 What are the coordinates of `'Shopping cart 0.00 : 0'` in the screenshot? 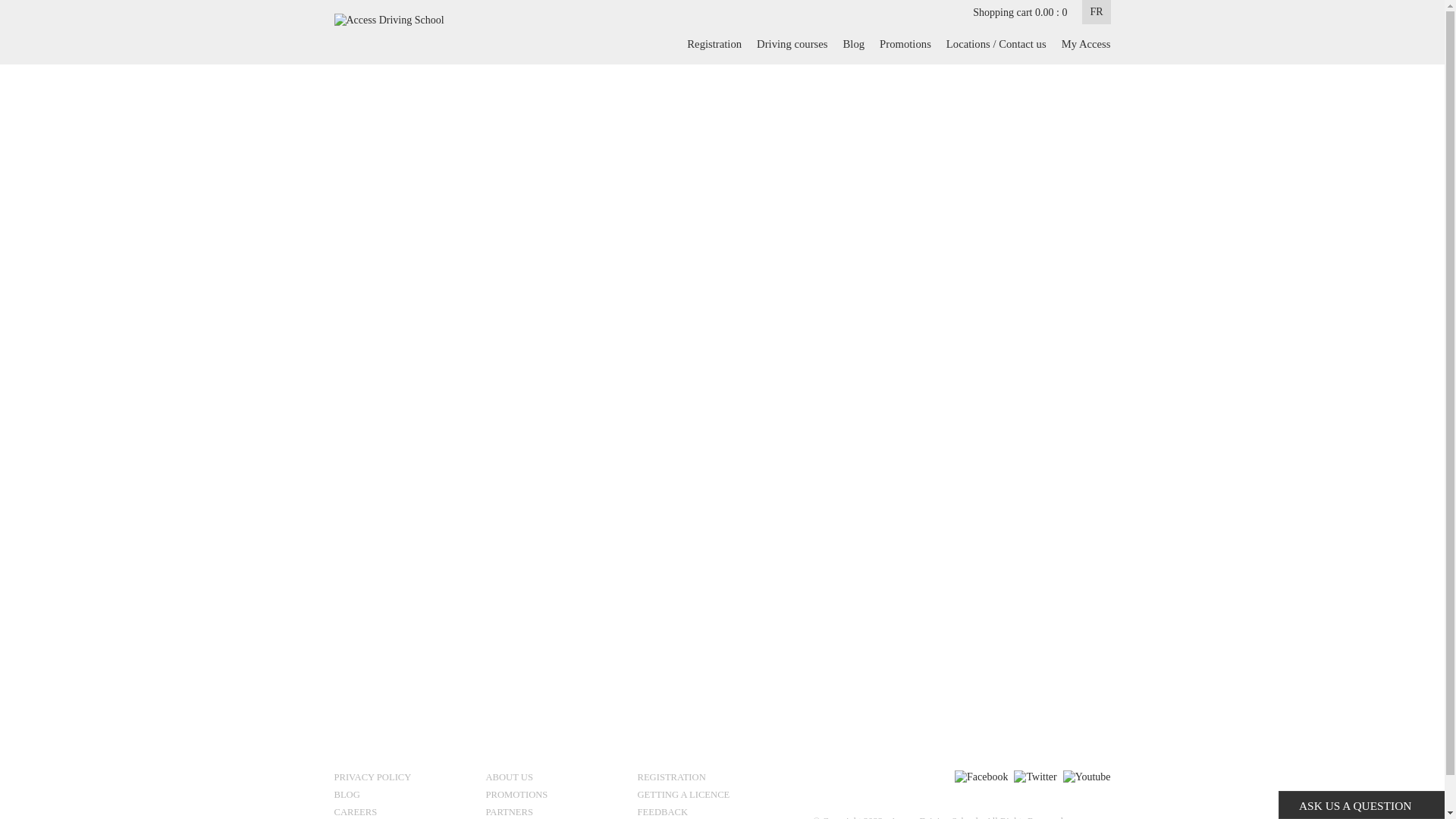 It's located at (1019, 12).